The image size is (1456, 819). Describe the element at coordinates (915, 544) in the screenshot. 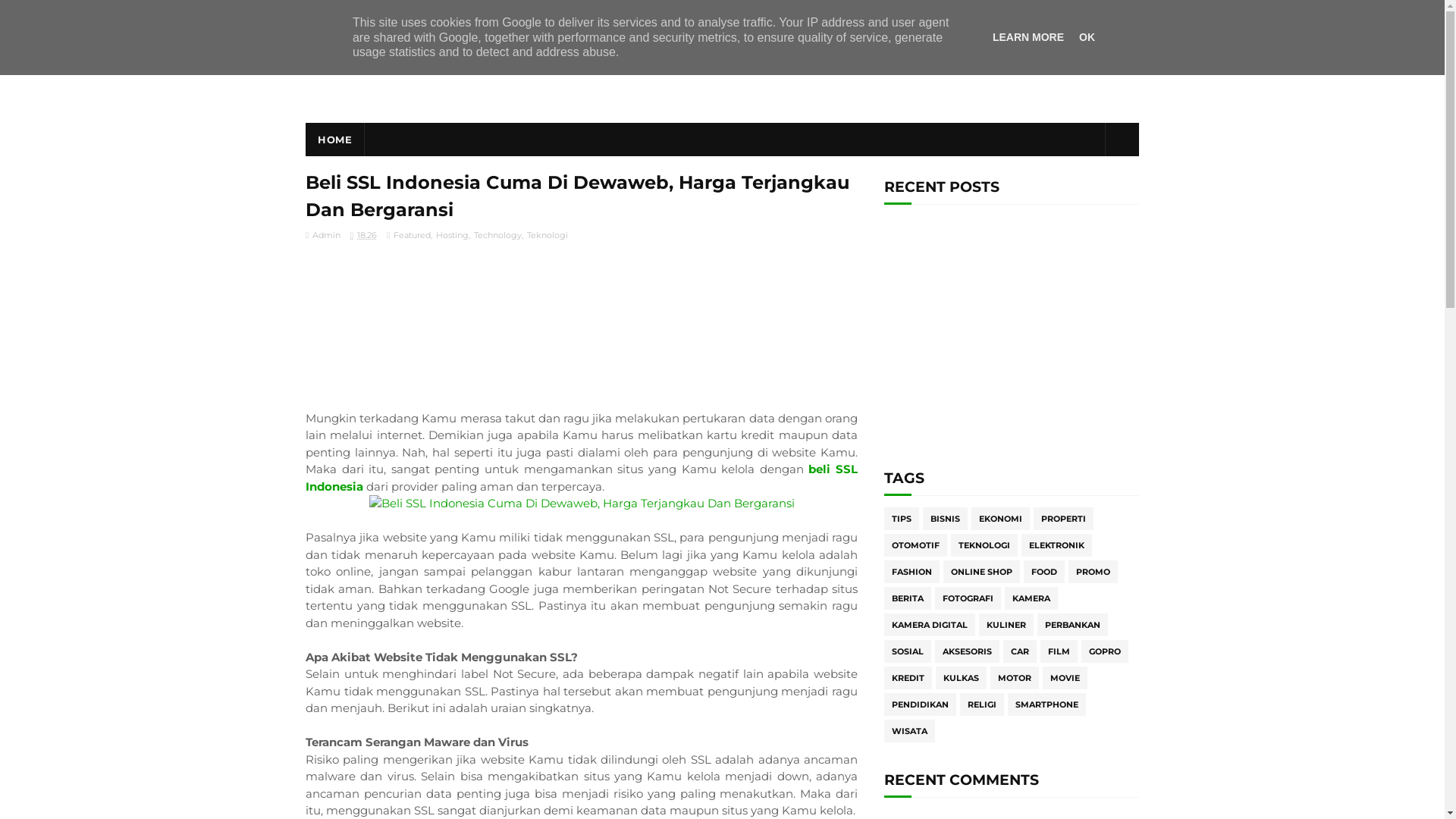

I see `'OTOMOTIF'` at that location.